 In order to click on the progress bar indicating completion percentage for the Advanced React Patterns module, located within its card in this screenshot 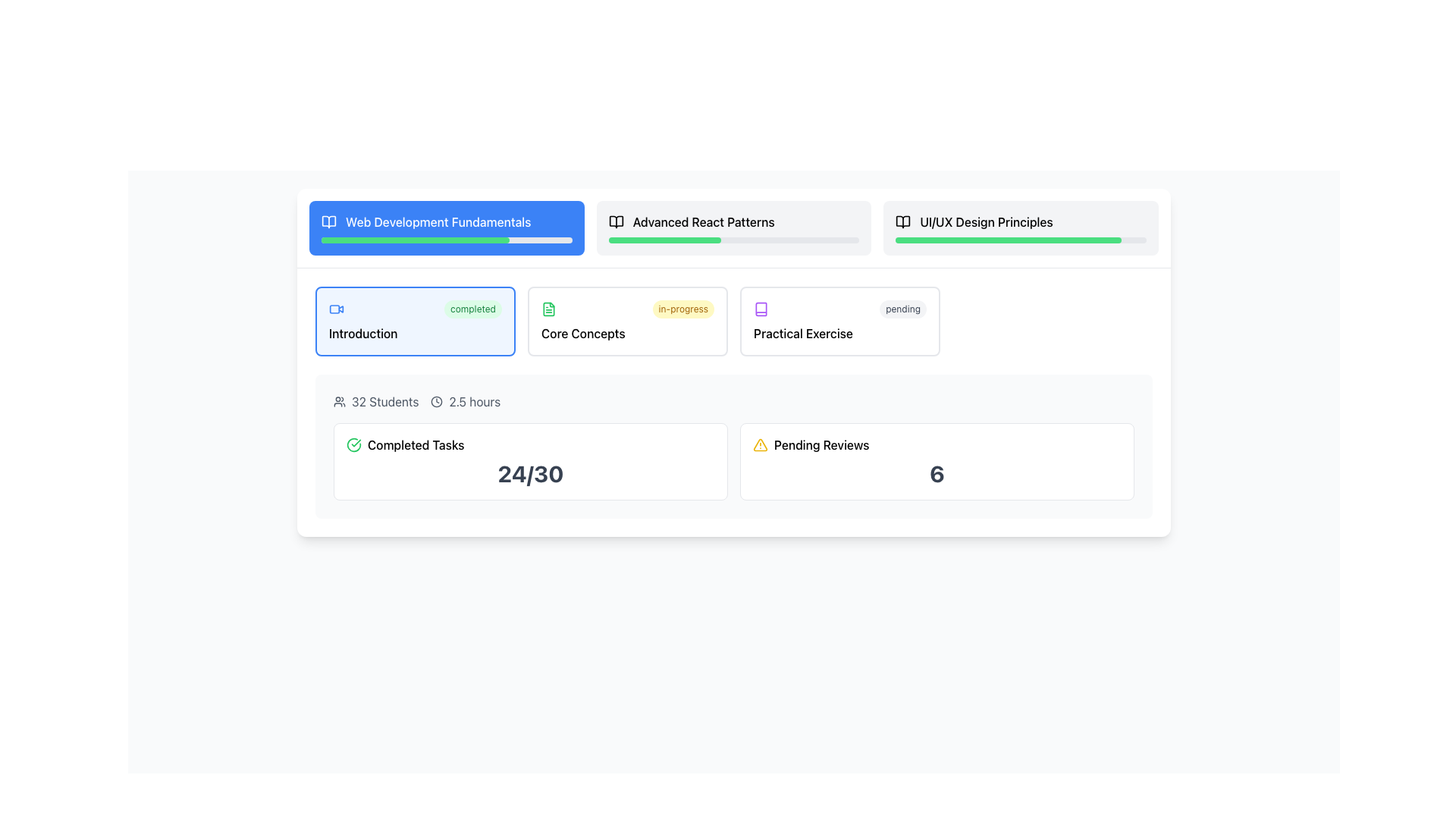, I will do `click(734, 239)`.